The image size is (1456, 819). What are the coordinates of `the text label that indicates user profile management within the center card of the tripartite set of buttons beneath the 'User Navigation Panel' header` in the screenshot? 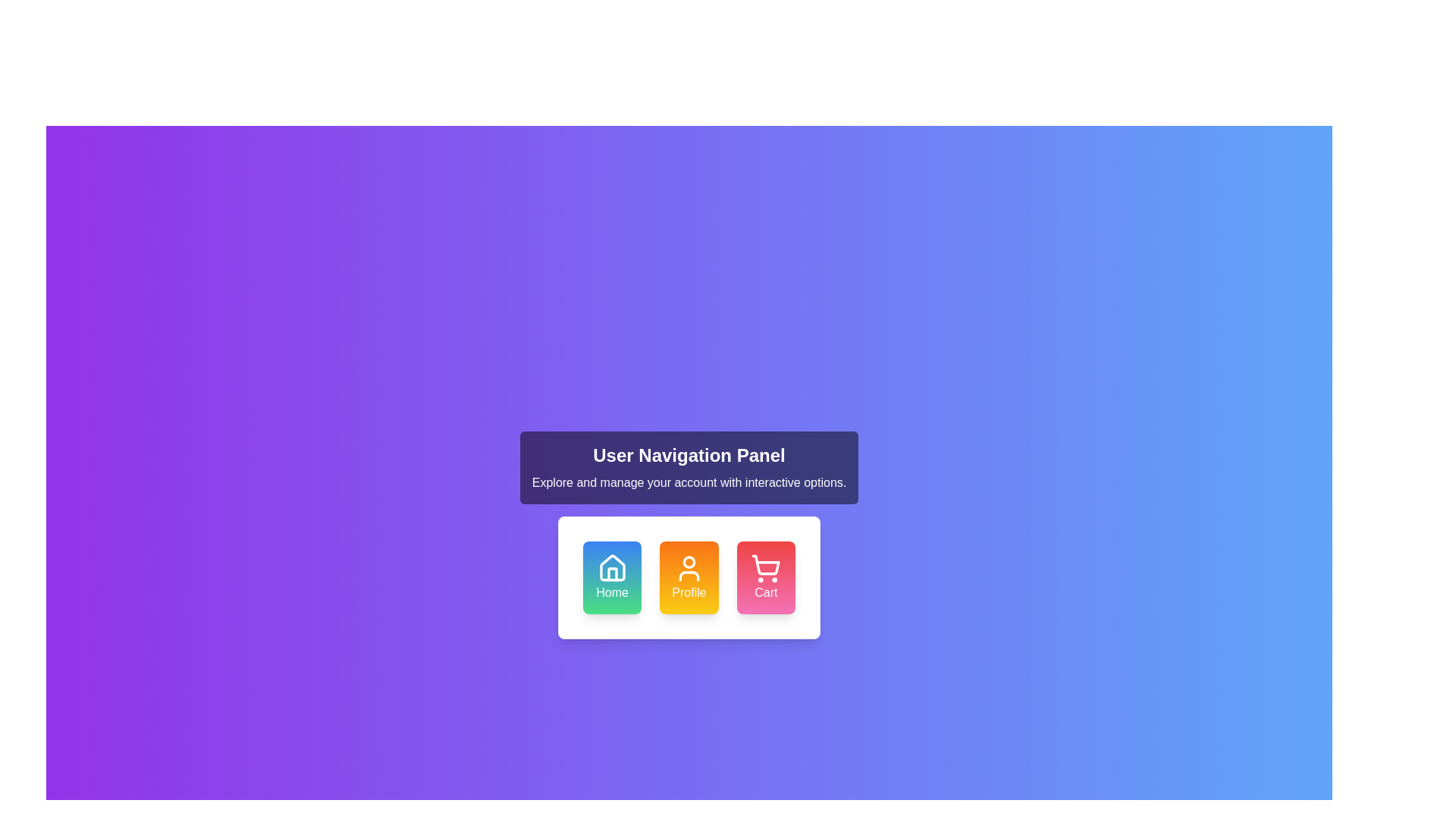 It's located at (688, 592).